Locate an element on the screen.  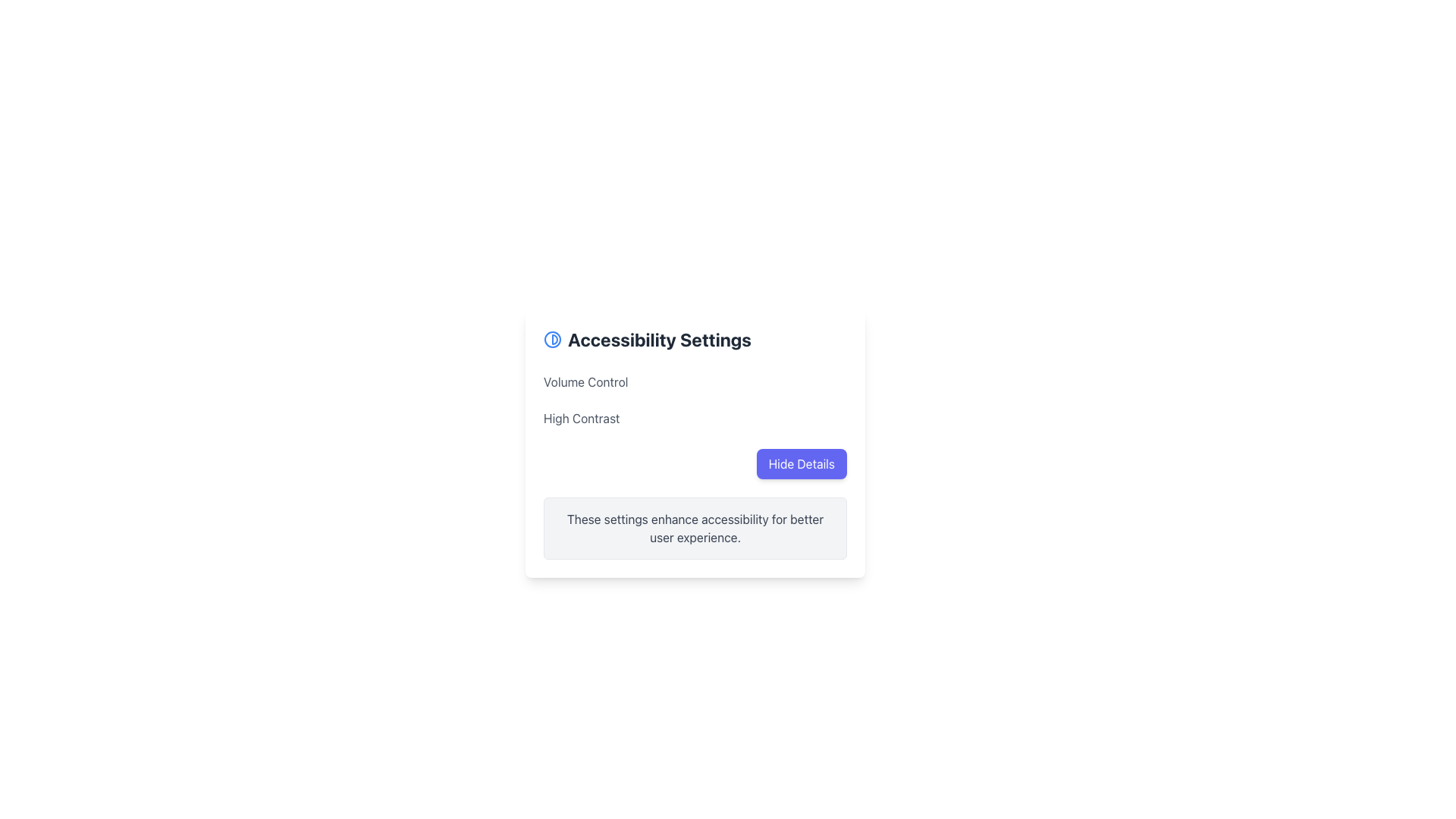
the circular icon with blue and white segments located to the left of the 'Accessibility Settings' text is located at coordinates (552, 338).